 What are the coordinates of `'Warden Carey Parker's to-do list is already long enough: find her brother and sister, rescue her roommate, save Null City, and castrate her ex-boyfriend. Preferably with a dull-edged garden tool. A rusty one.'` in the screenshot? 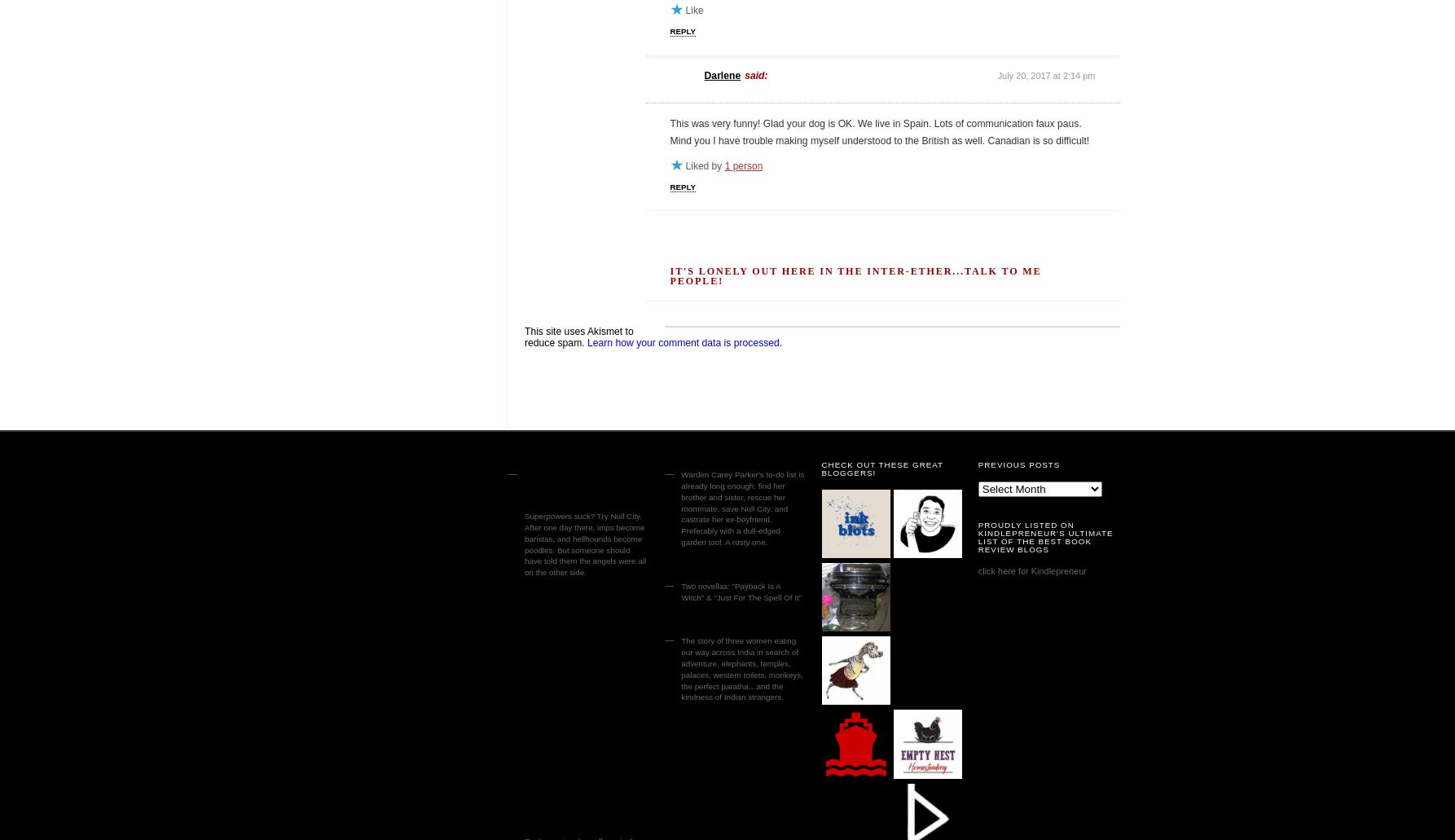 It's located at (742, 508).